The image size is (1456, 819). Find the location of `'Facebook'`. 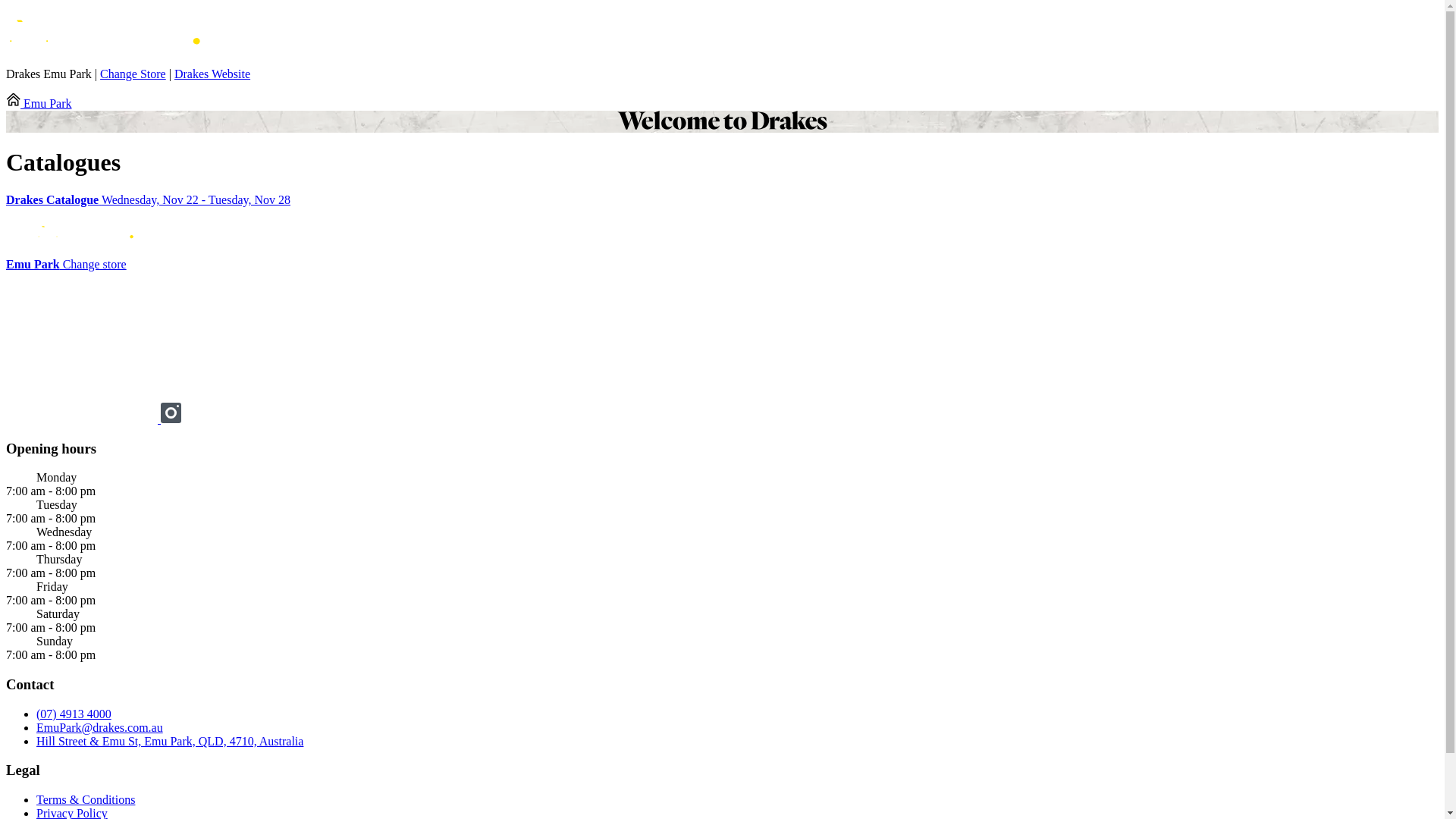

'Facebook' is located at coordinates (6, 419).